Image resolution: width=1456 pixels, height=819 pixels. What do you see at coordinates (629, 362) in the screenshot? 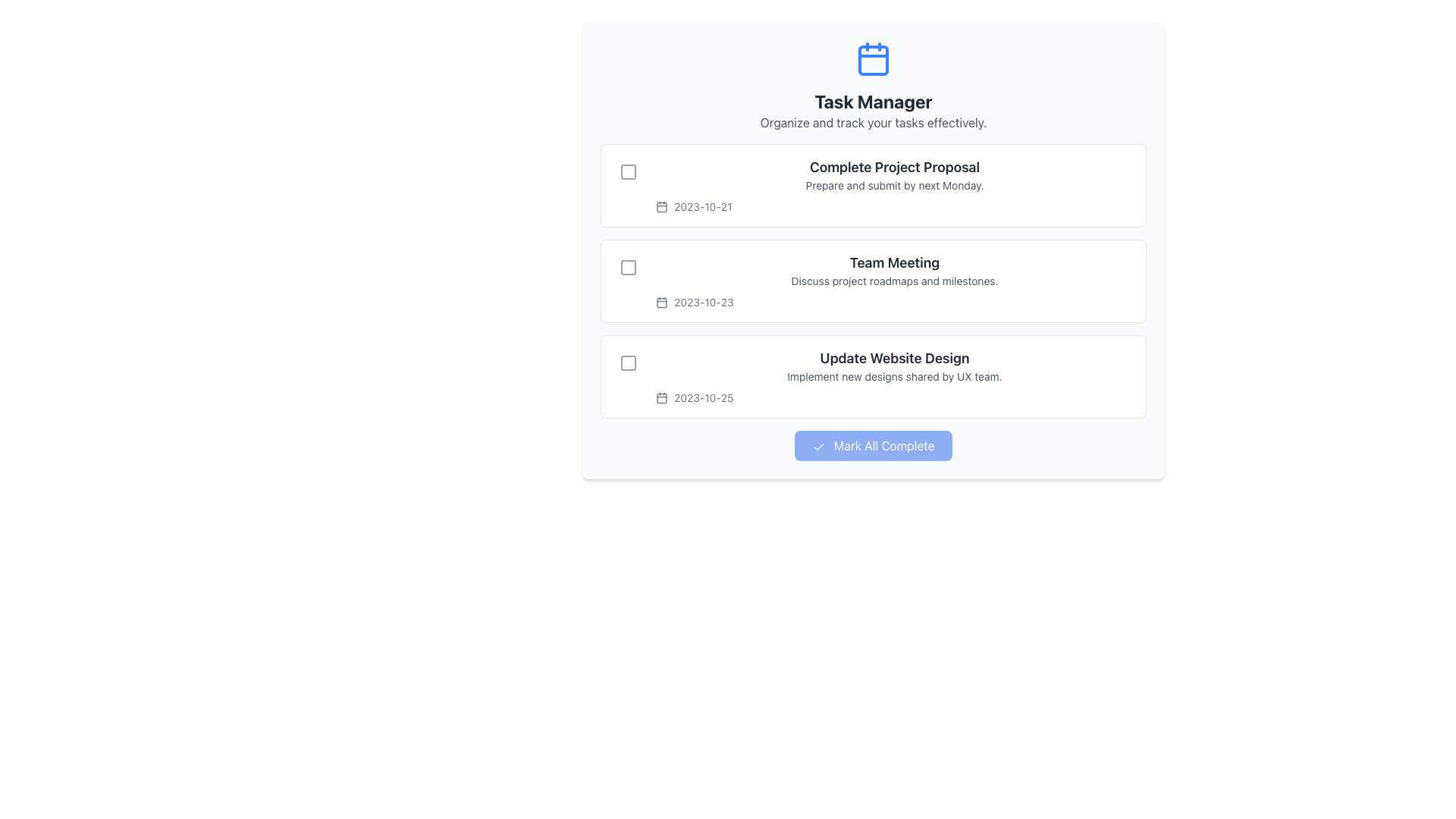
I see `the checkbox` at bounding box center [629, 362].